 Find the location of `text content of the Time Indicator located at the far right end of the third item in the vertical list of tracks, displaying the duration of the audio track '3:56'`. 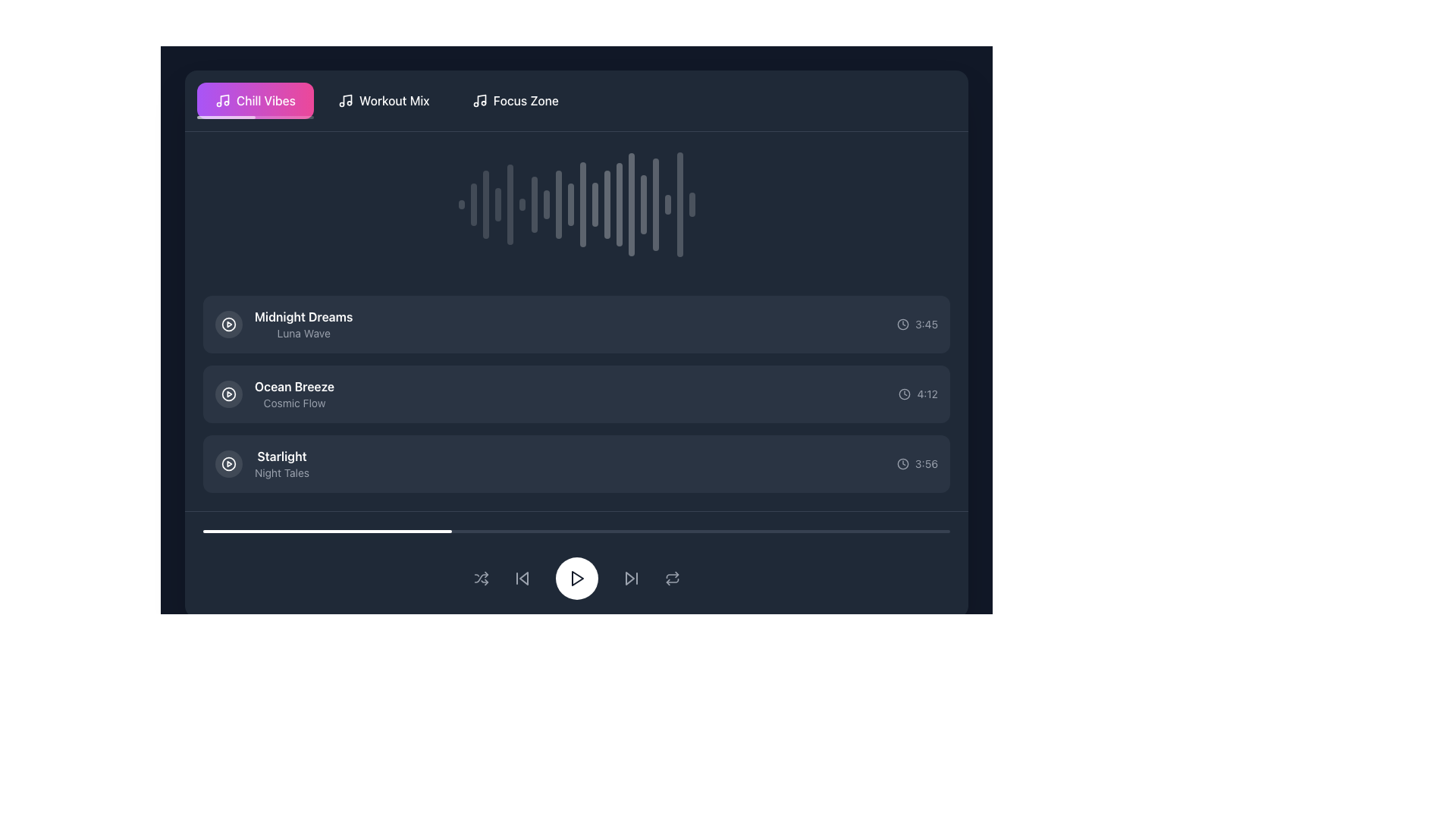

text content of the Time Indicator located at the far right end of the third item in the vertical list of tracks, displaying the duration of the audio track '3:56' is located at coordinates (903, 463).